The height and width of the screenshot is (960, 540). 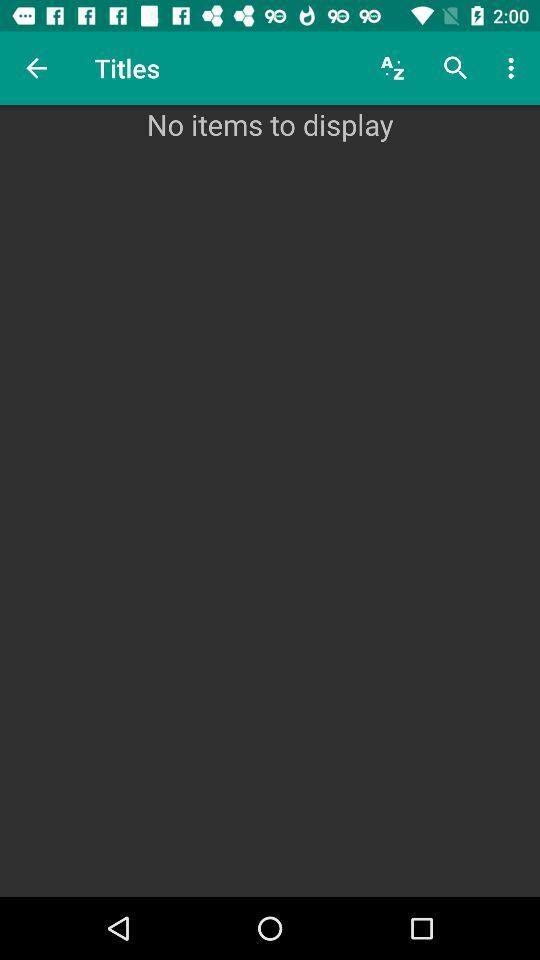 What do you see at coordinates (393, 68) in the screenshot?
I see `the icon above no items to item` at bounding box center [393, 68].